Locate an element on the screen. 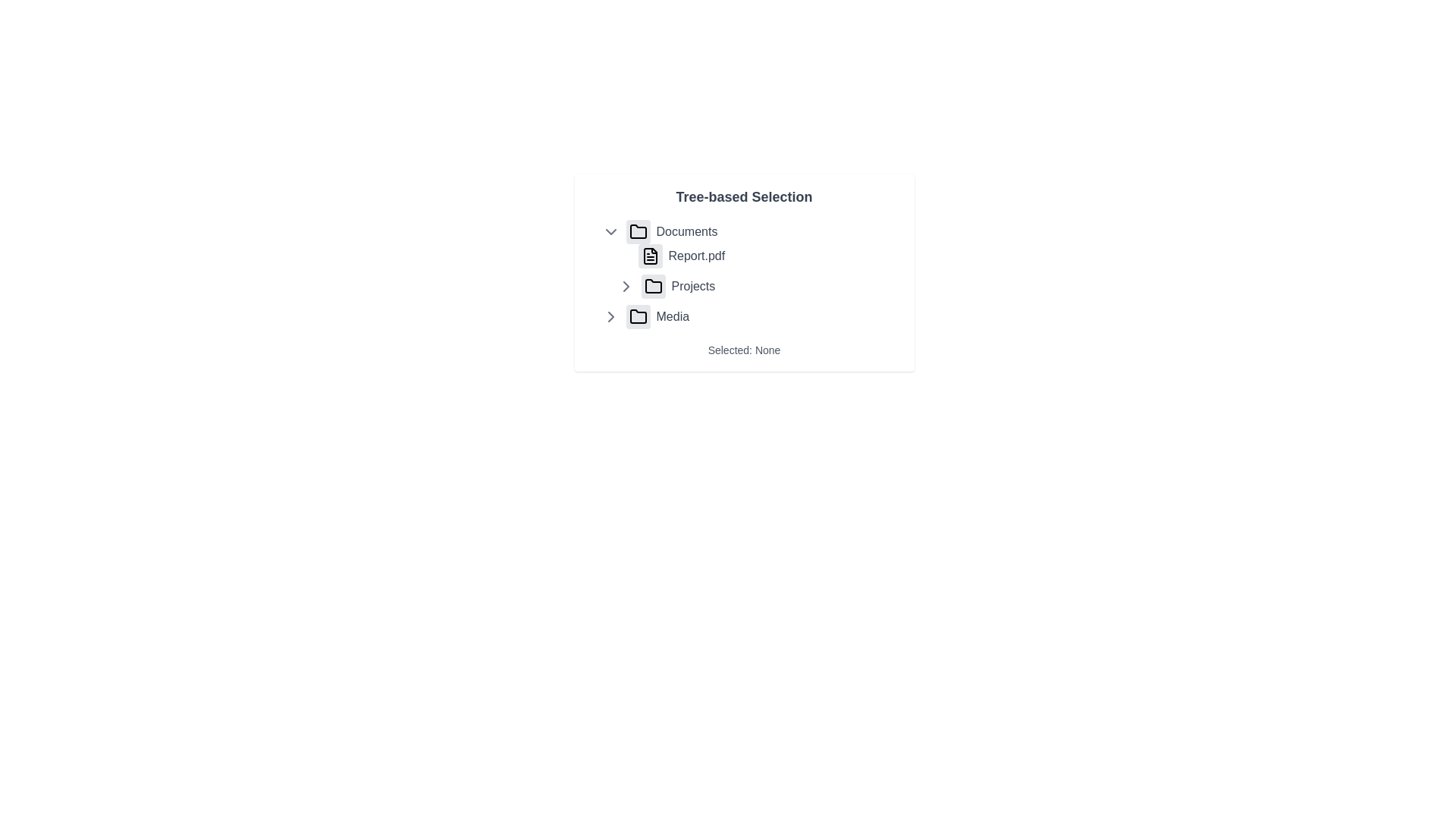  the Dropdown toggle icon is located at coordinates (610, 231).